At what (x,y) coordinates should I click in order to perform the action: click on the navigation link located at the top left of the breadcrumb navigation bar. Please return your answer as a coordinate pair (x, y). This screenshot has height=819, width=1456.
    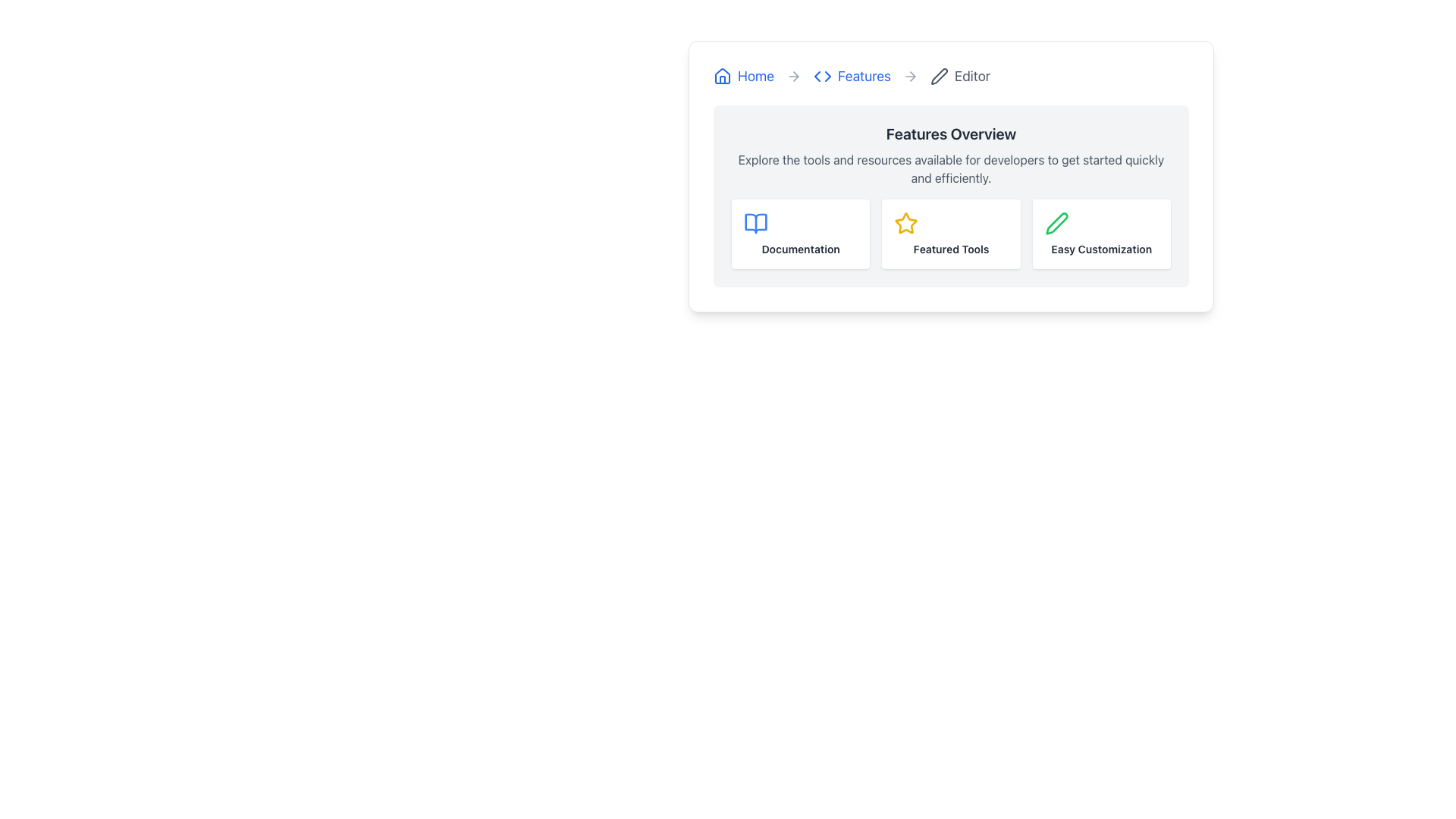
    Looking at the image, I should click on (743, 76).